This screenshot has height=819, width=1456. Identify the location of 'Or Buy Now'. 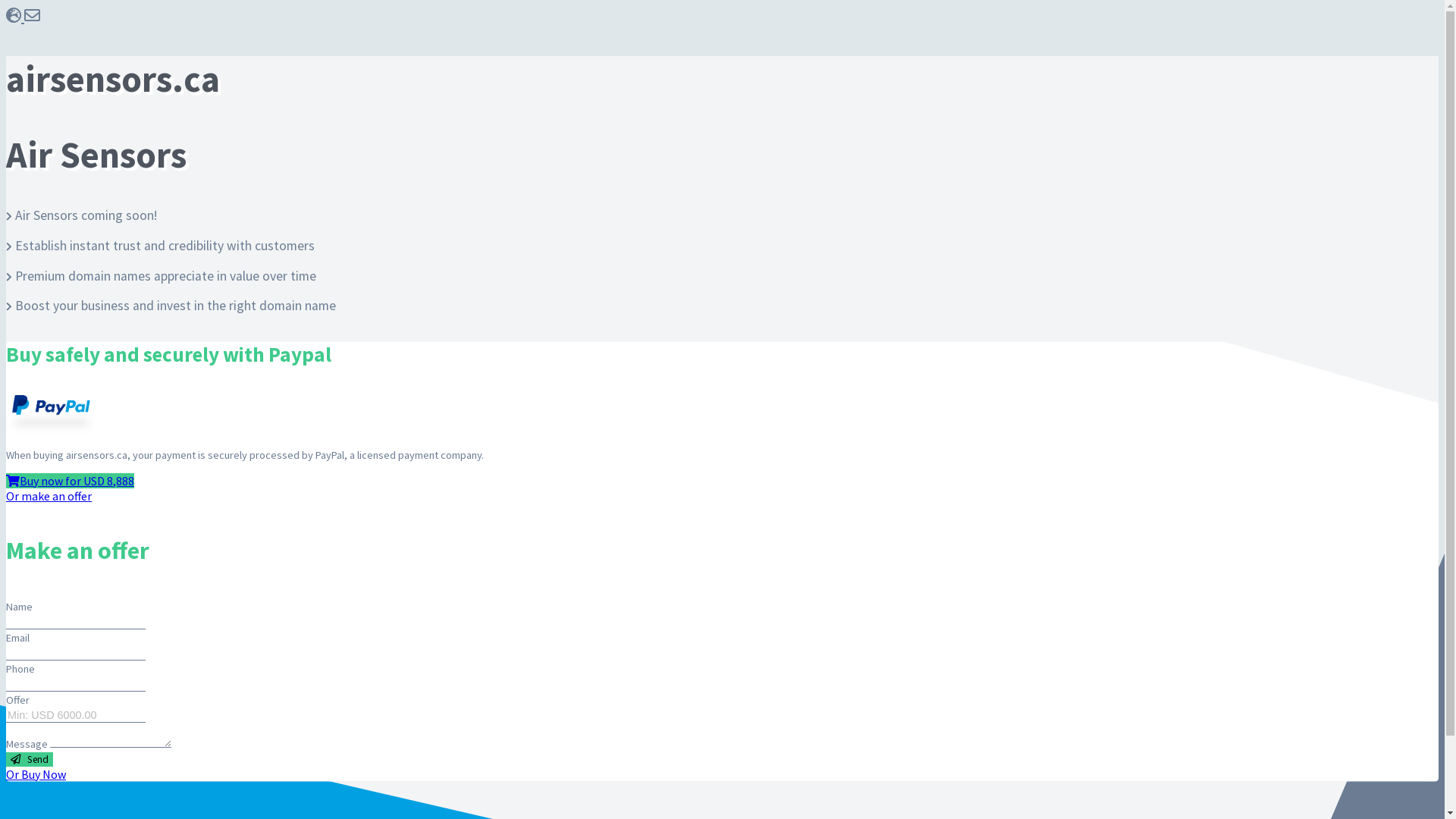
(6, 774).